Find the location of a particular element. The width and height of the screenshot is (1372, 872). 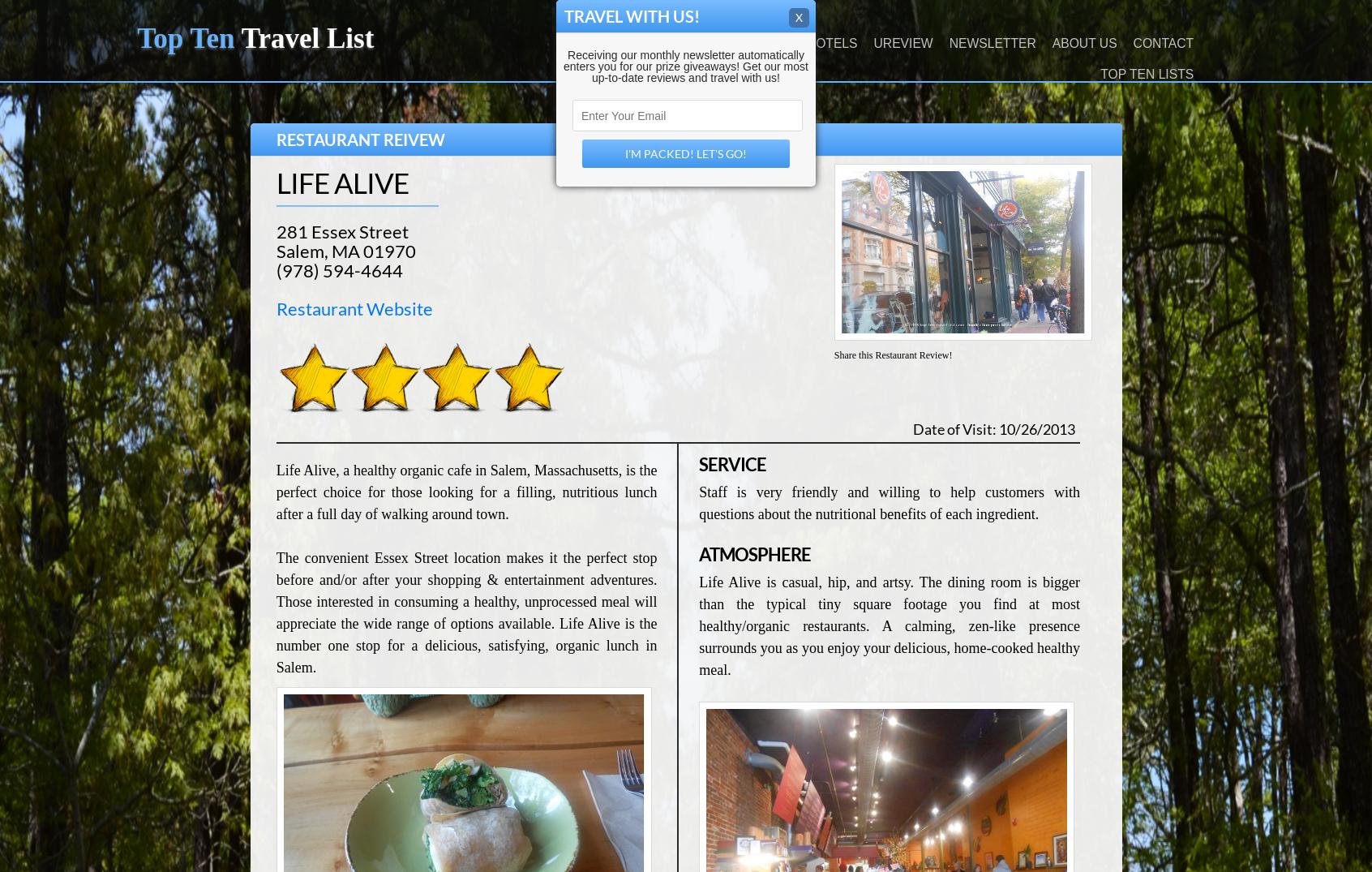

'Restaurant Reivew' is located at coordinates (274, 140).